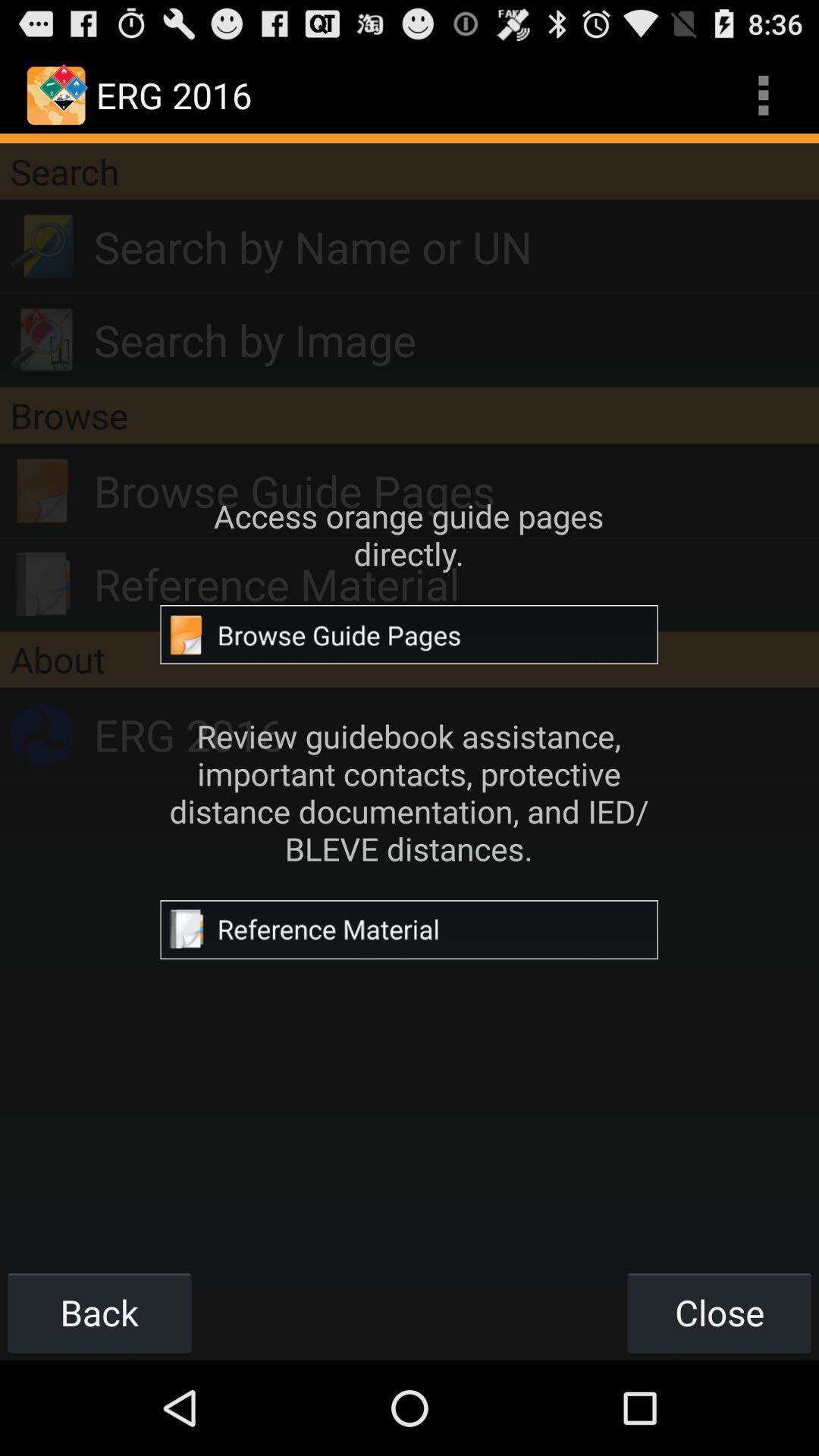 Image resolution: width=819 pixels, height=1456 pixels. Describe the element at coordinates (409, 659) in the screenshot. I see `the about icon` at that location.